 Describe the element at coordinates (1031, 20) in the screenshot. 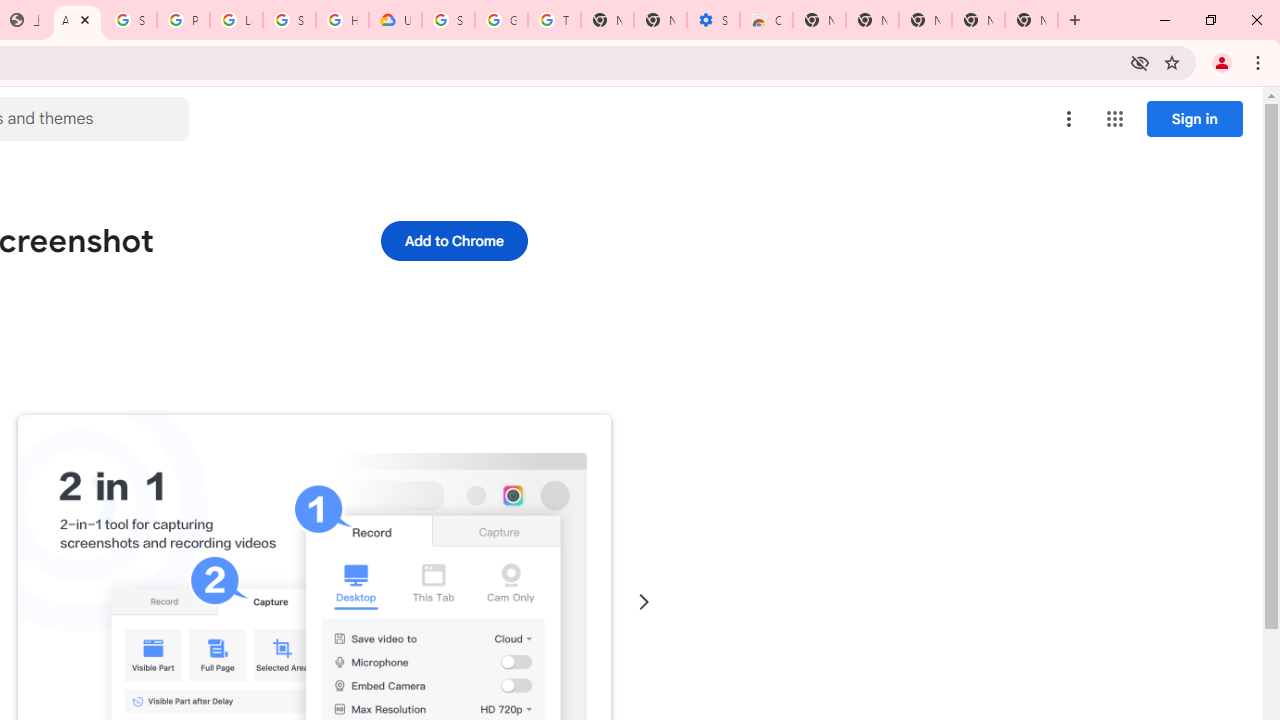

I see `'New Tab'` at that location.